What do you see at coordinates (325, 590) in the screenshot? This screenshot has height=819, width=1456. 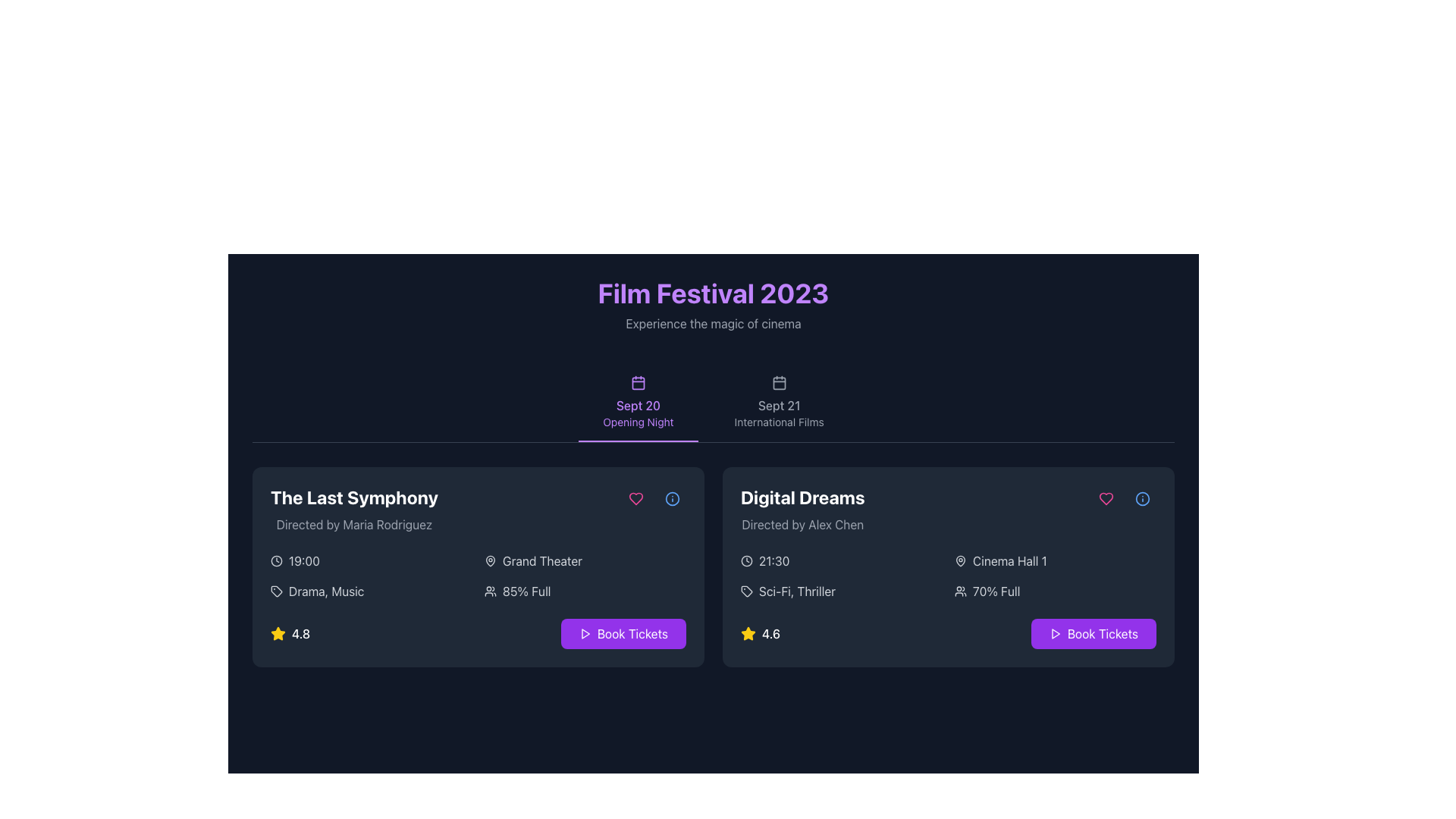 I see `on the light gray text label displaying the genres 'Drama, Music' located in the card for 'The Last Symphony' film event, positioned beneath the event's name and time, and` at bounding box center [325, 590].